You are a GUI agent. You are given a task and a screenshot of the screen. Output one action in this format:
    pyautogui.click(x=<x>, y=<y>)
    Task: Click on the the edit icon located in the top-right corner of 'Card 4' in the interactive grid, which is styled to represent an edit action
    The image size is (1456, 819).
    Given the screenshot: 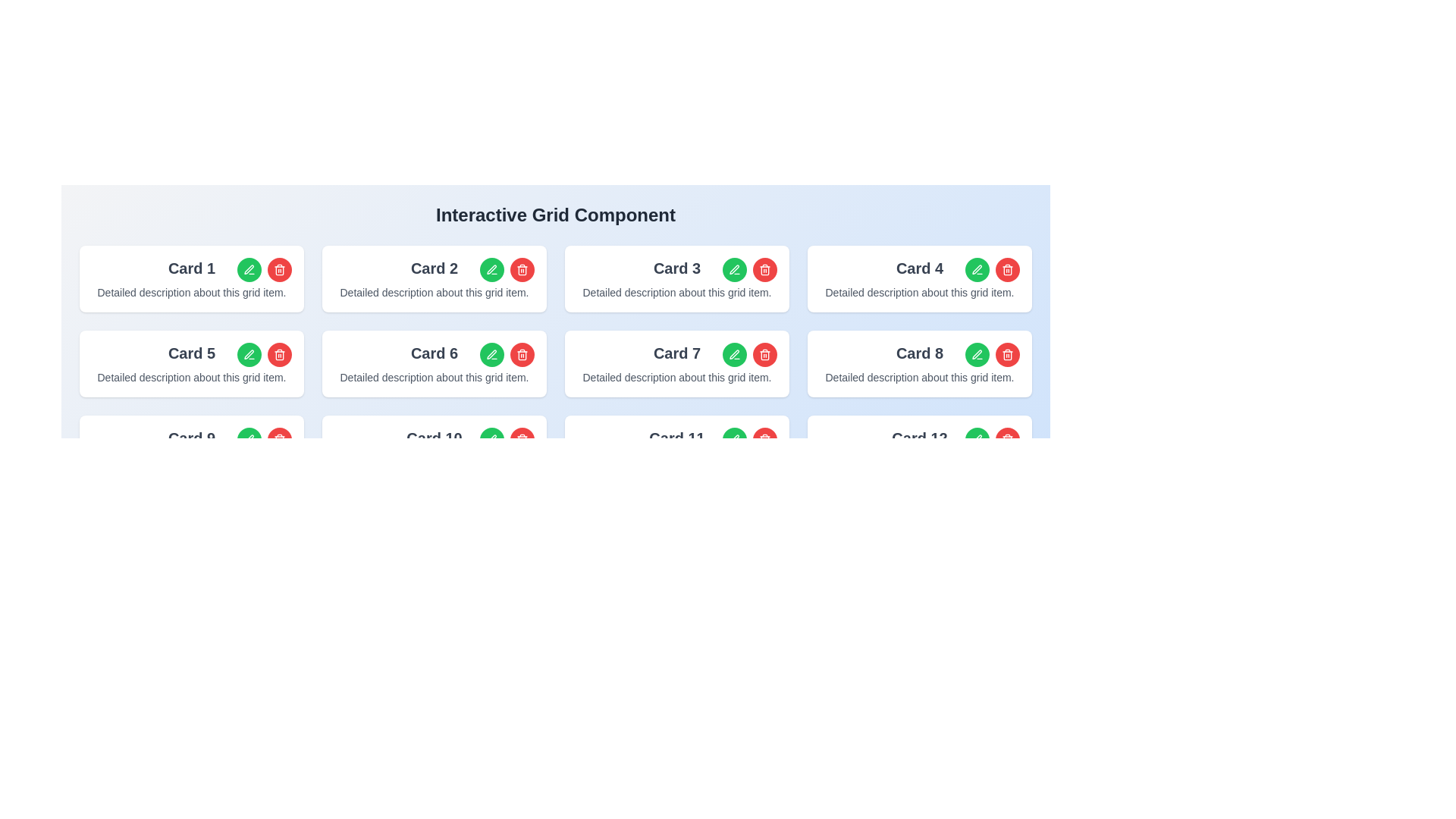 What is the action you would take?
    pyautogui.click(x=977, y=268)
    